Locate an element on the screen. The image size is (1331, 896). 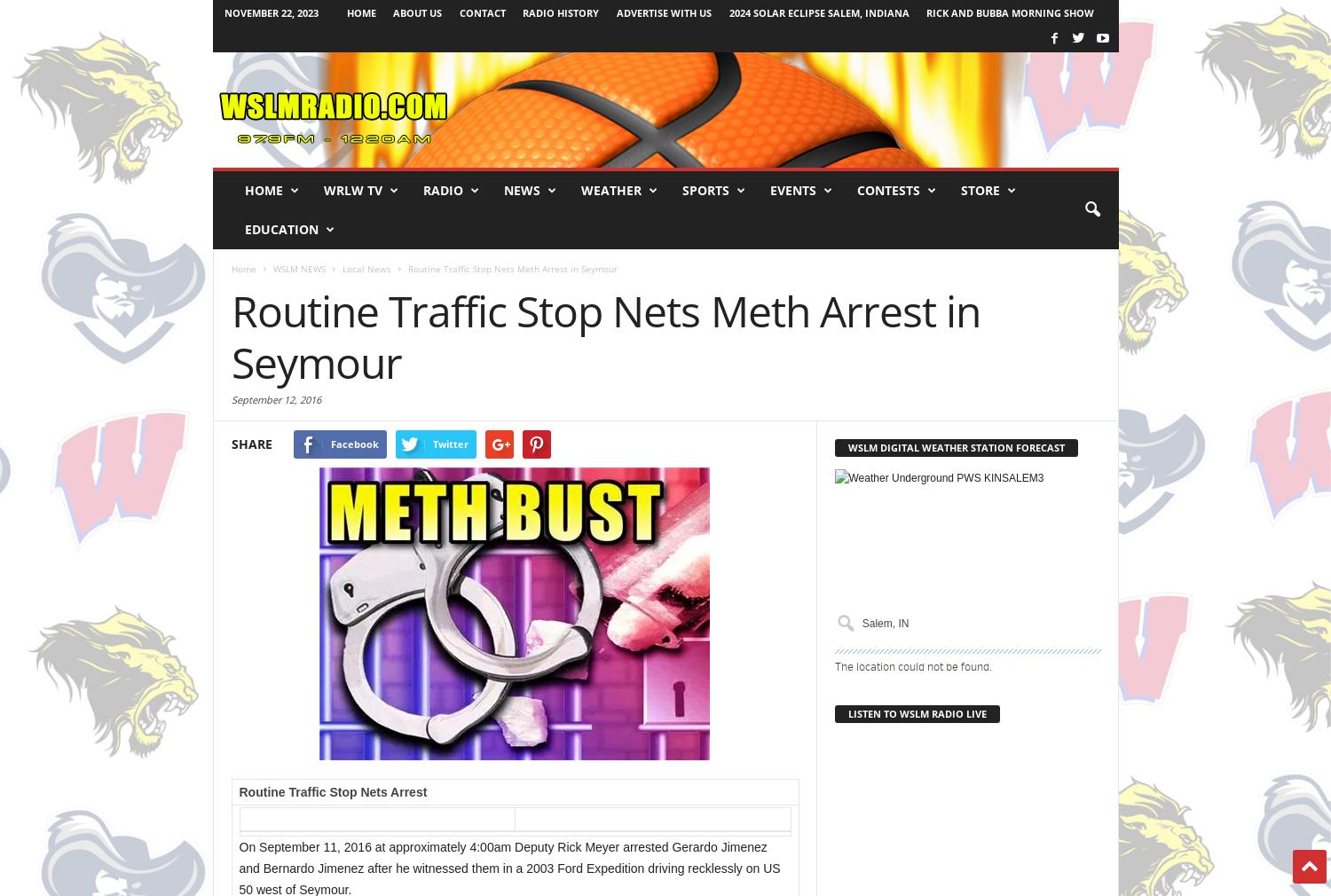
'WSLM NEWS' is located at coordinates (297, 269).